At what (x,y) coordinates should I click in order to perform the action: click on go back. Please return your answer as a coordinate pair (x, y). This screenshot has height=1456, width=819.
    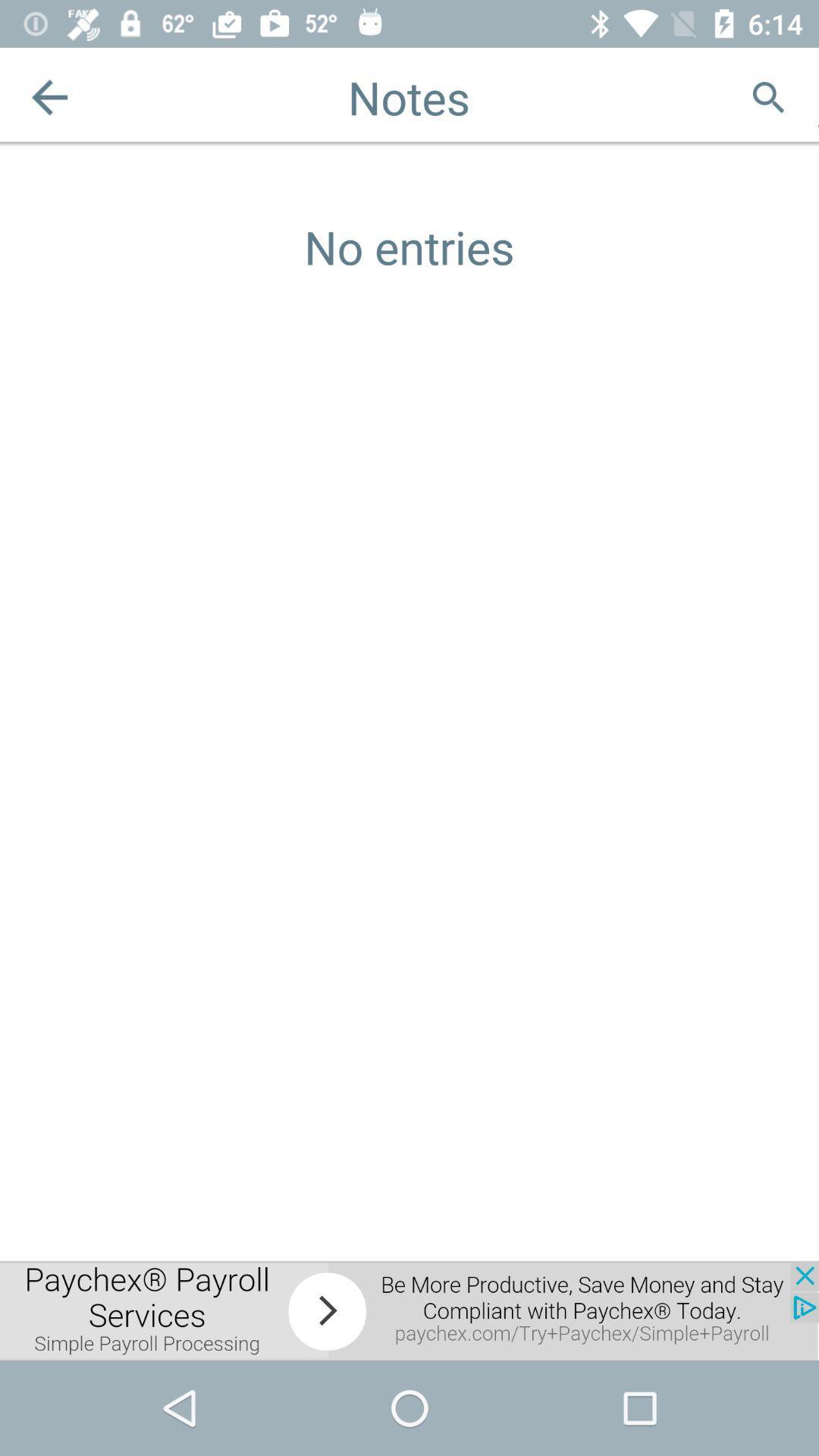
    Looking at the image, I should click on (49, 96).